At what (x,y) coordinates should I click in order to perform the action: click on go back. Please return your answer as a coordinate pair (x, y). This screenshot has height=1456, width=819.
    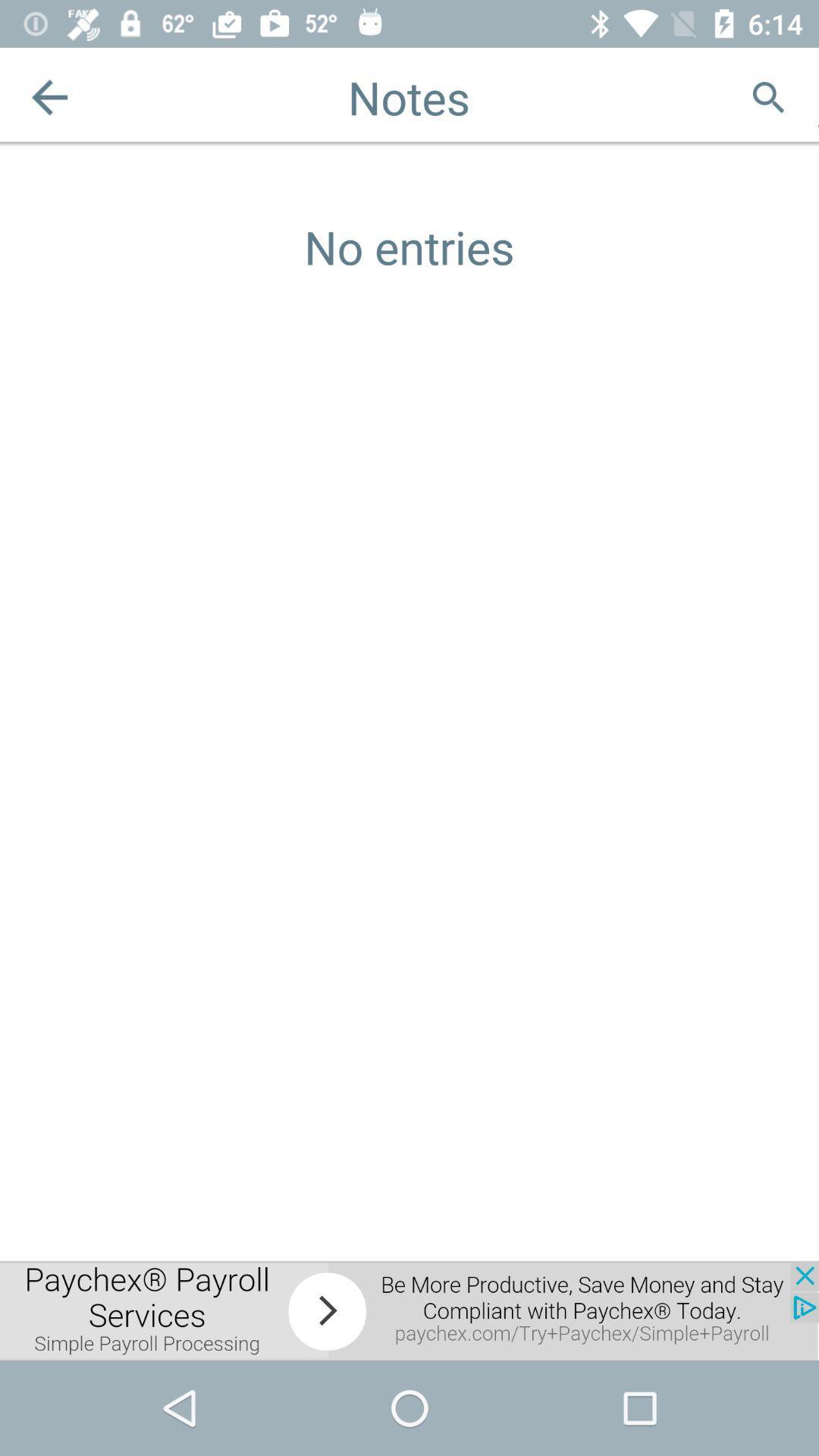
    Looking at the image, I should click on (49, 96).